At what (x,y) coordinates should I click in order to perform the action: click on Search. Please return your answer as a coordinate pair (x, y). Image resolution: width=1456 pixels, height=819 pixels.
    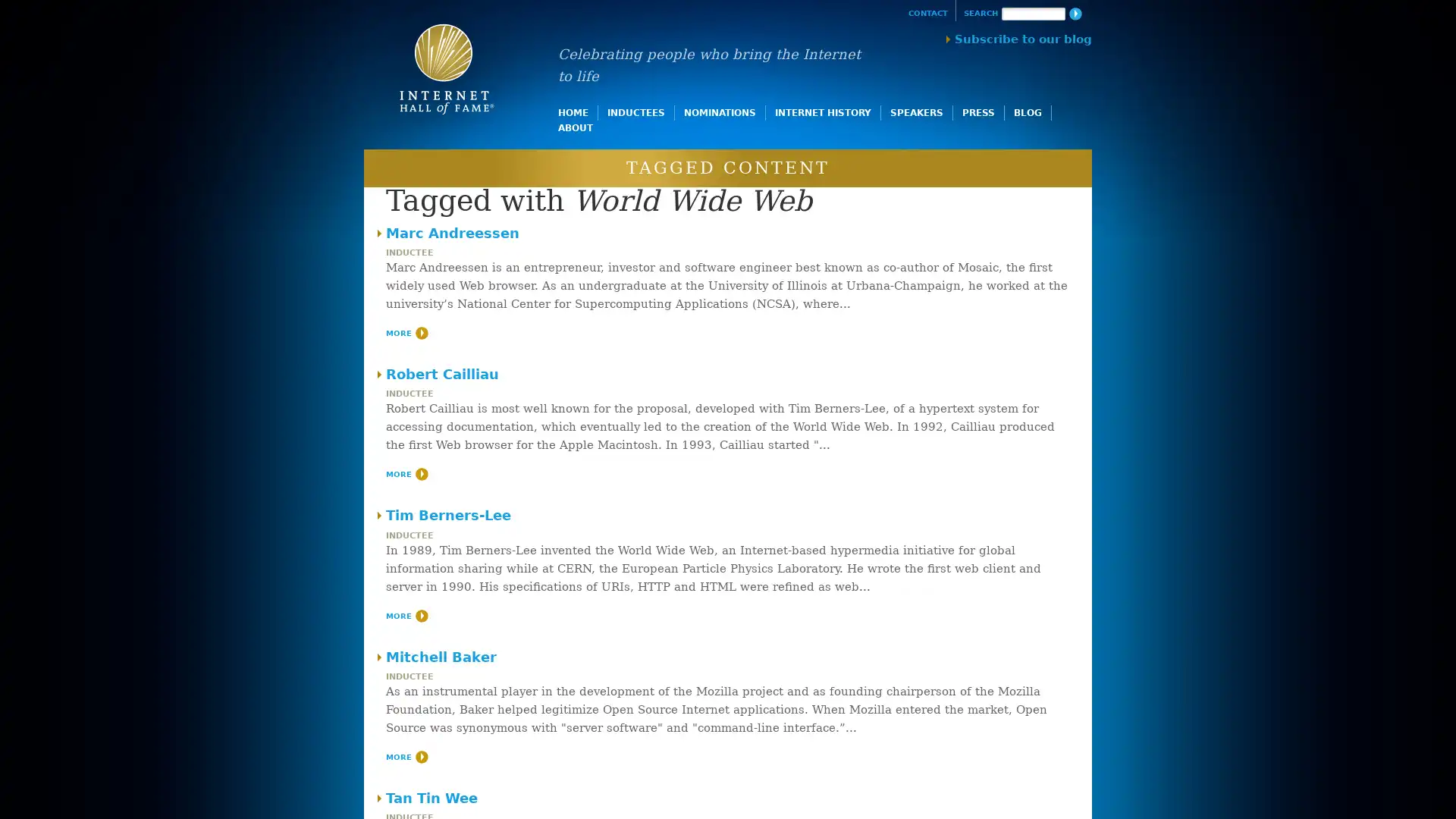
    Looking at the image, I should click on (1074, 14).